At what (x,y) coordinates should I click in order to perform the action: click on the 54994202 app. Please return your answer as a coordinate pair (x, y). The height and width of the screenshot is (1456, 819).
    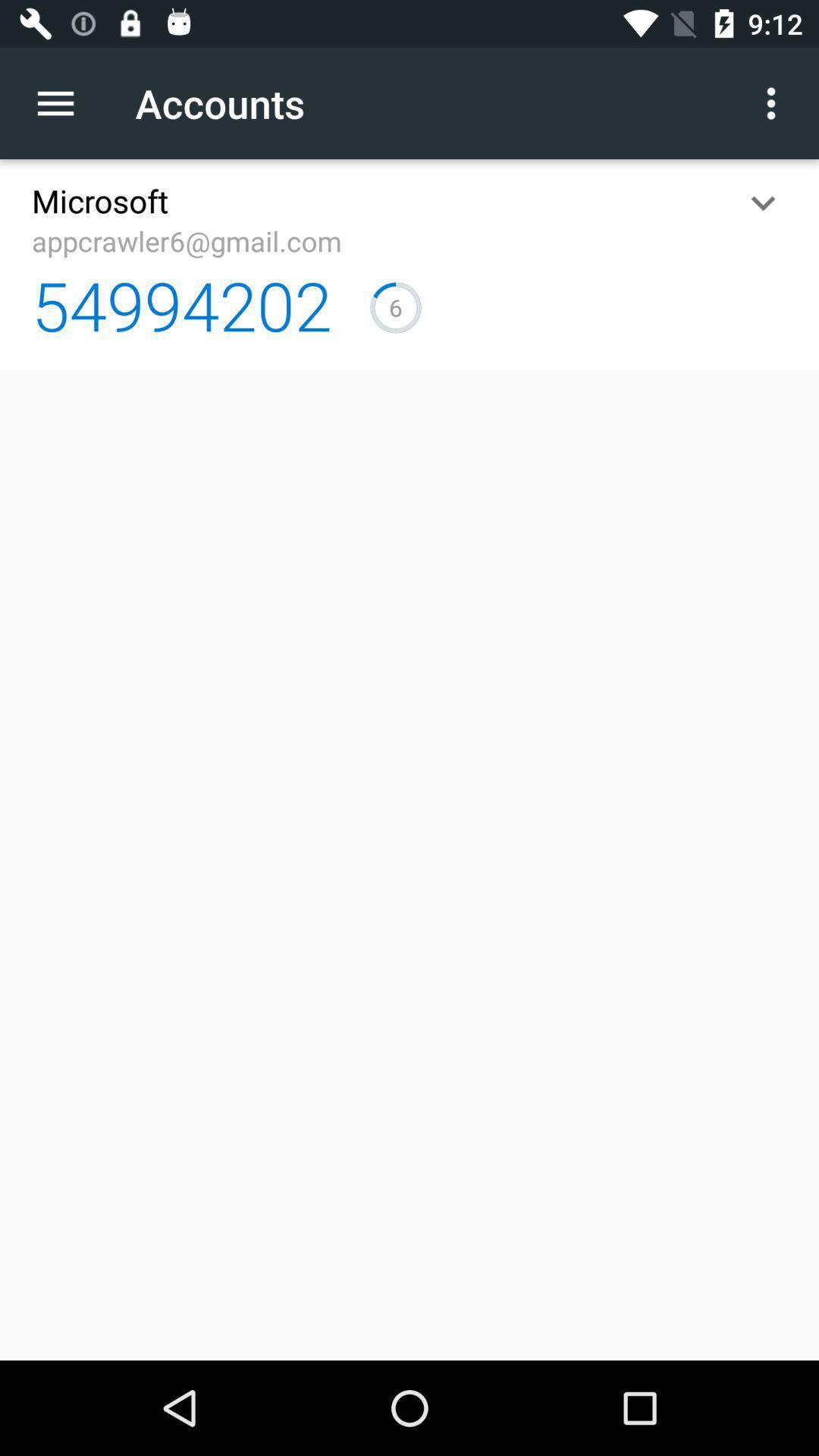
    Looking at the image, I should click on (180, 304).